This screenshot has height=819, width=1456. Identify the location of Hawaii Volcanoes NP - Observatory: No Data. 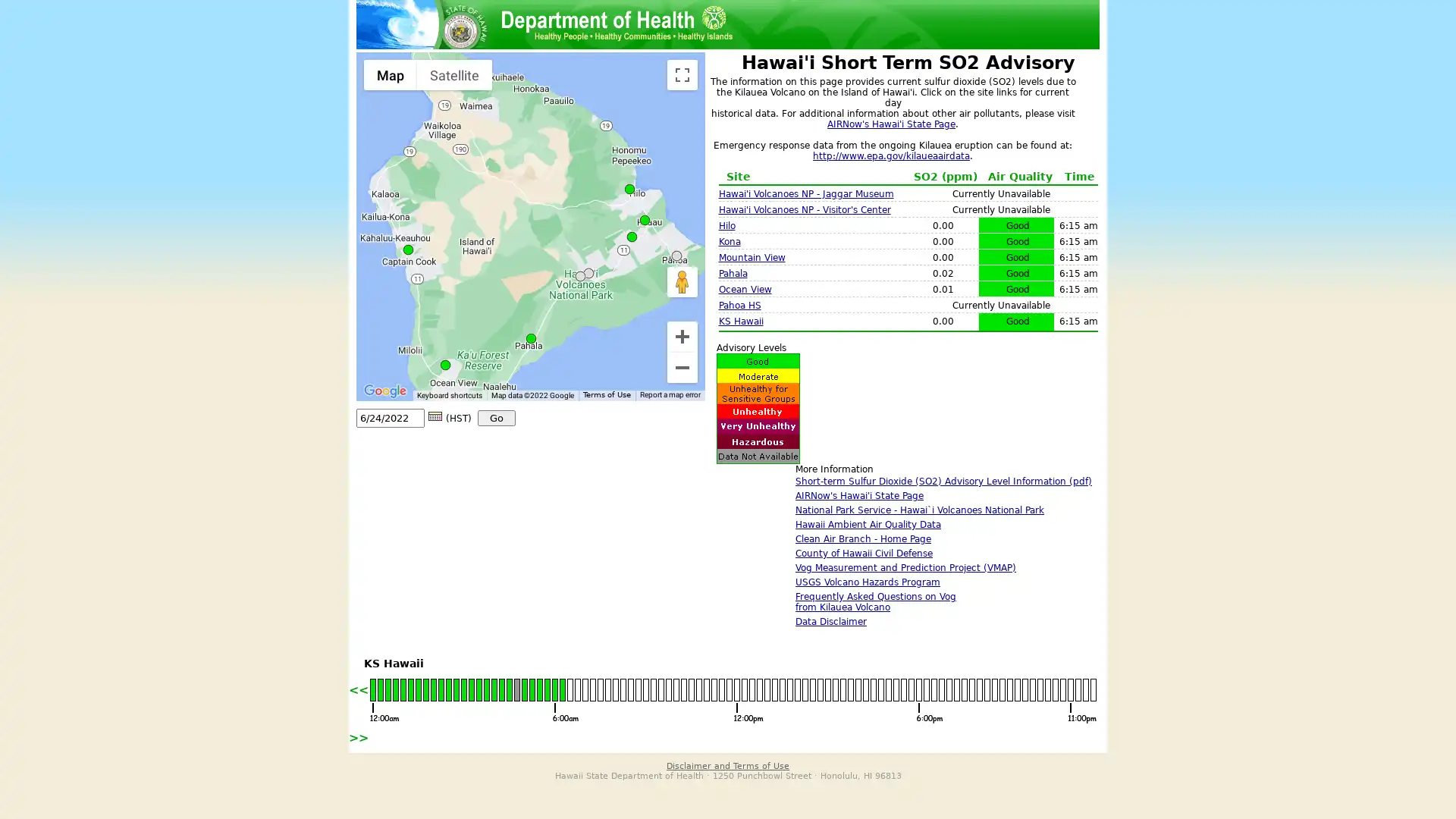
(579, 276).